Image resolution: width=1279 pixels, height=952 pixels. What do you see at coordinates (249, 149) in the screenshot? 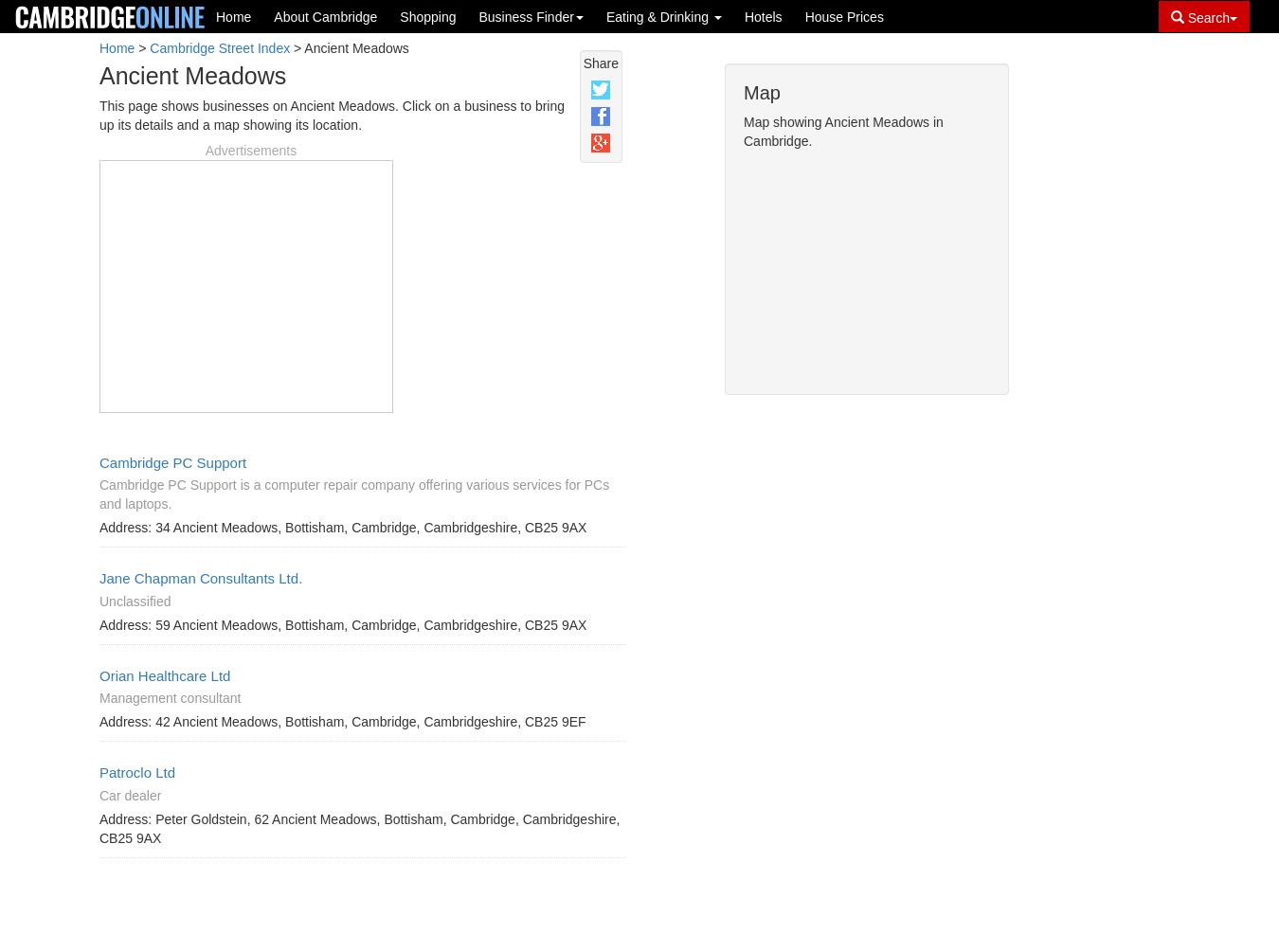
I see `'Advertisements'` at bounding box center [249, 149].